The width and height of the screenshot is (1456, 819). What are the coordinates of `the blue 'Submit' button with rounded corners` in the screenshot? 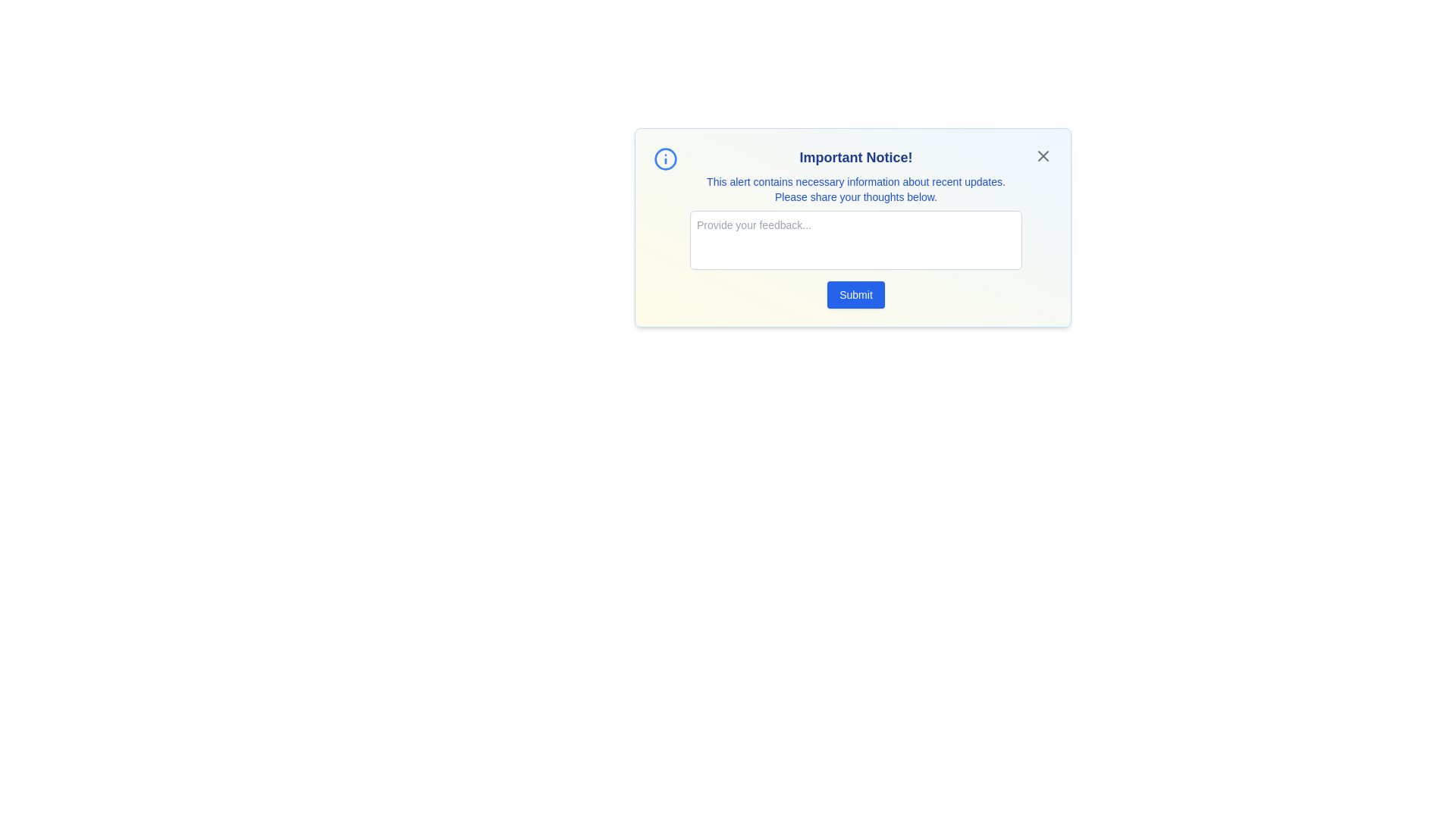 It's located at (855, 295).